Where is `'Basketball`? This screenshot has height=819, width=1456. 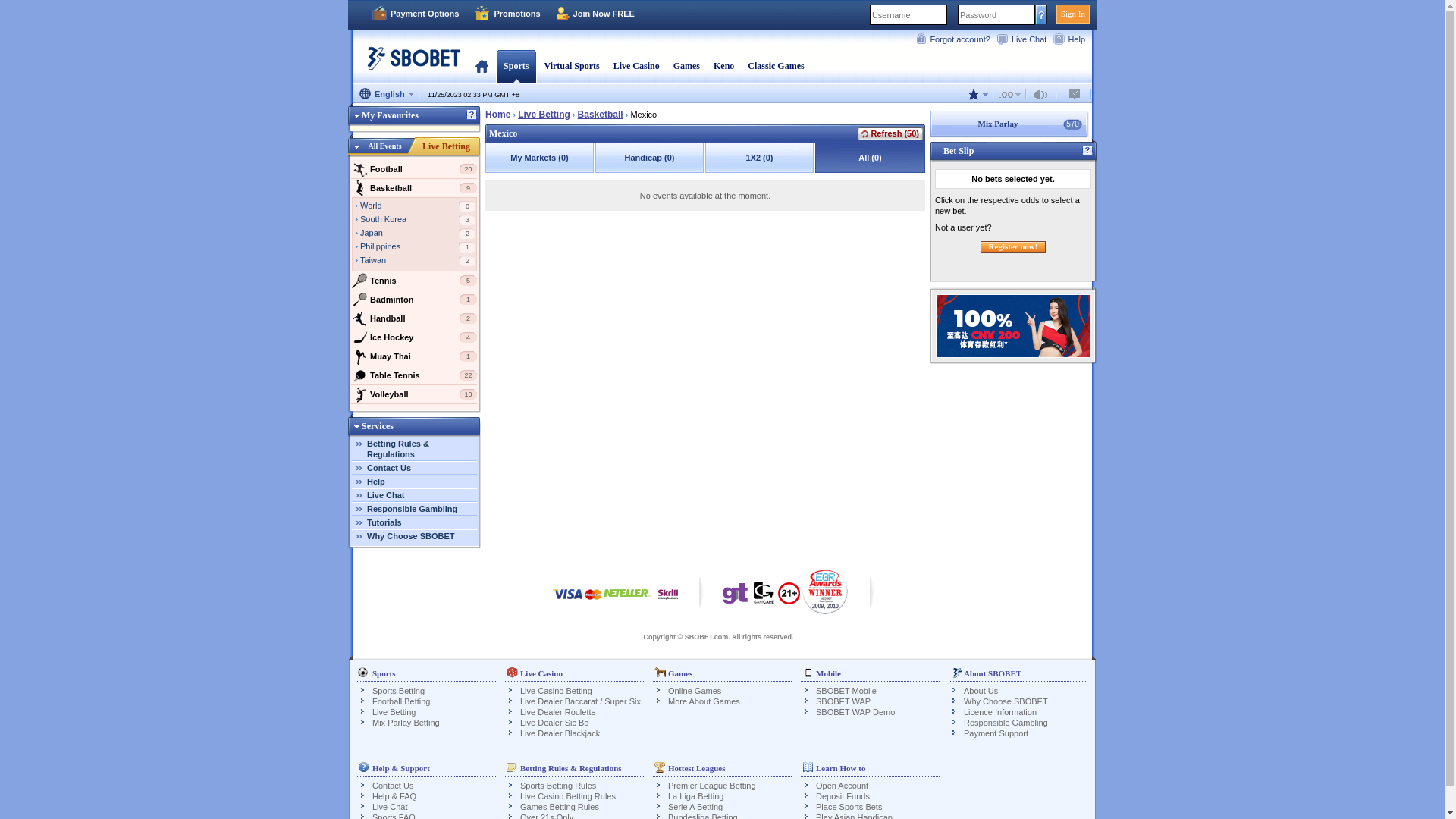
'Basketball is located at coordinates (414, 187).